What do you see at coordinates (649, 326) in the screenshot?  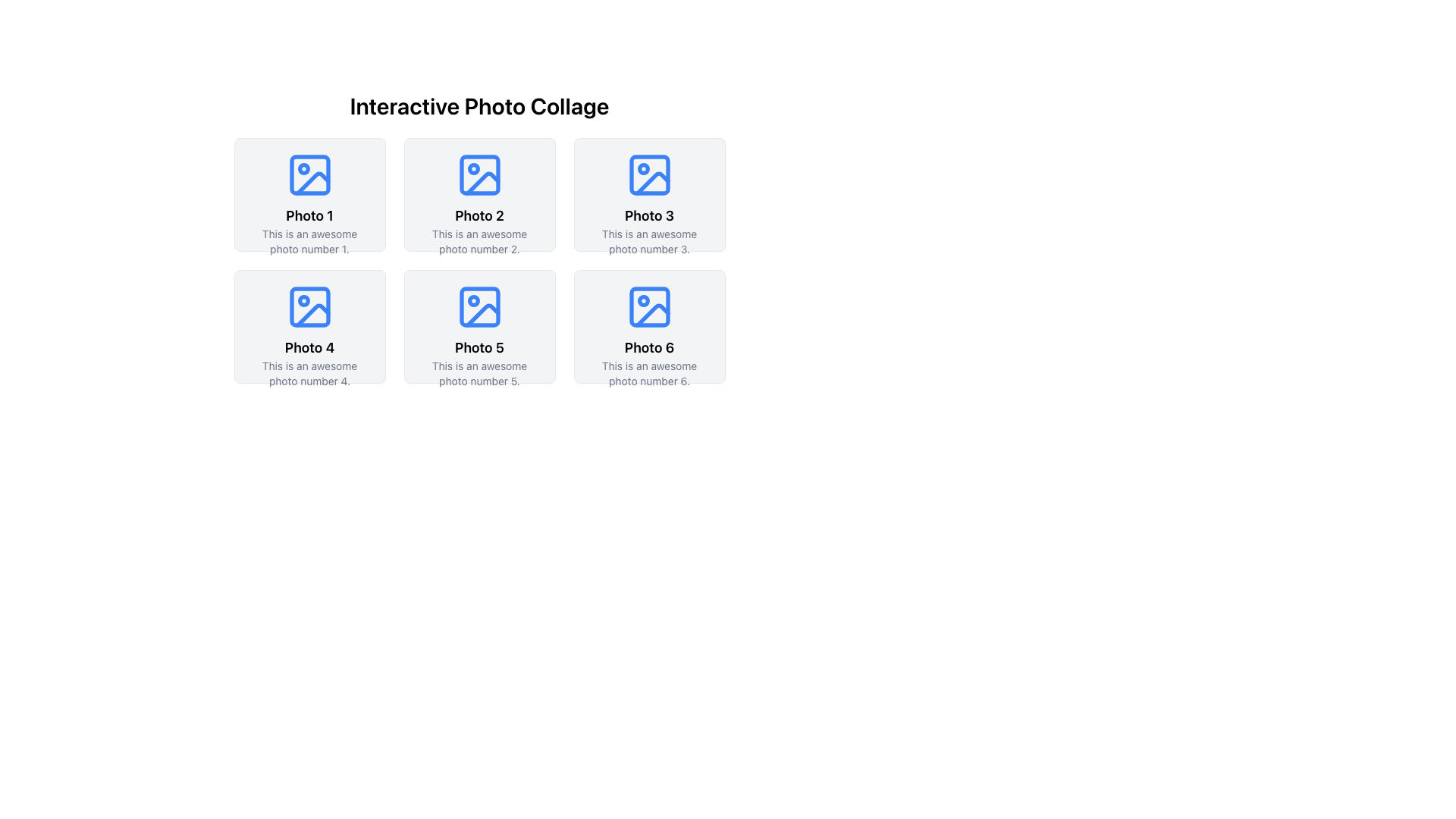 I see `the card component with a blue image icon and the title 'Photo 6'` at bounding box center [649, 326].